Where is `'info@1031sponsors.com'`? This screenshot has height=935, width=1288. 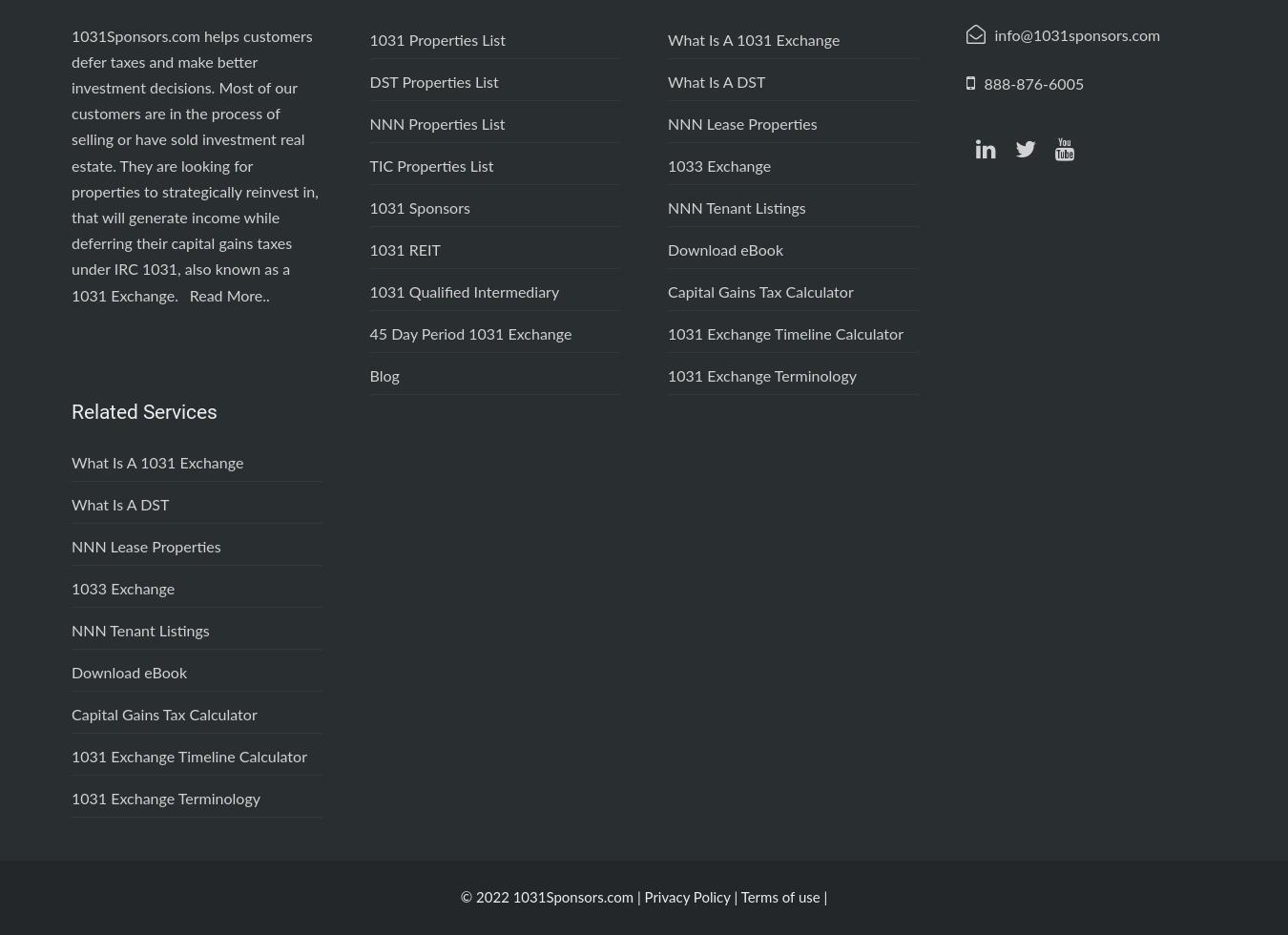
'info@1031sponsors.com' is located at coordinates (1076, 35).